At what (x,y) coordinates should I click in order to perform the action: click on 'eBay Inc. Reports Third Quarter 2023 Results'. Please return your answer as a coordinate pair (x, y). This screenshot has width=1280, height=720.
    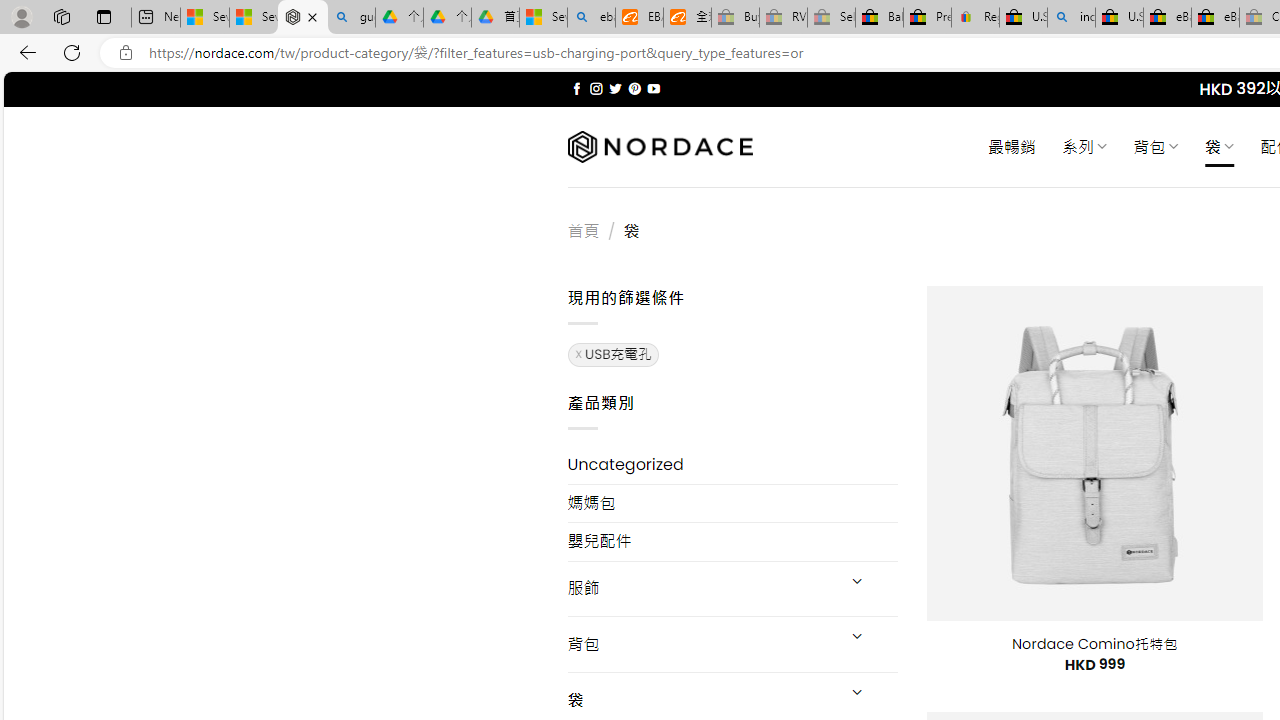
    Looking at the image, I should click on (1214, 17).